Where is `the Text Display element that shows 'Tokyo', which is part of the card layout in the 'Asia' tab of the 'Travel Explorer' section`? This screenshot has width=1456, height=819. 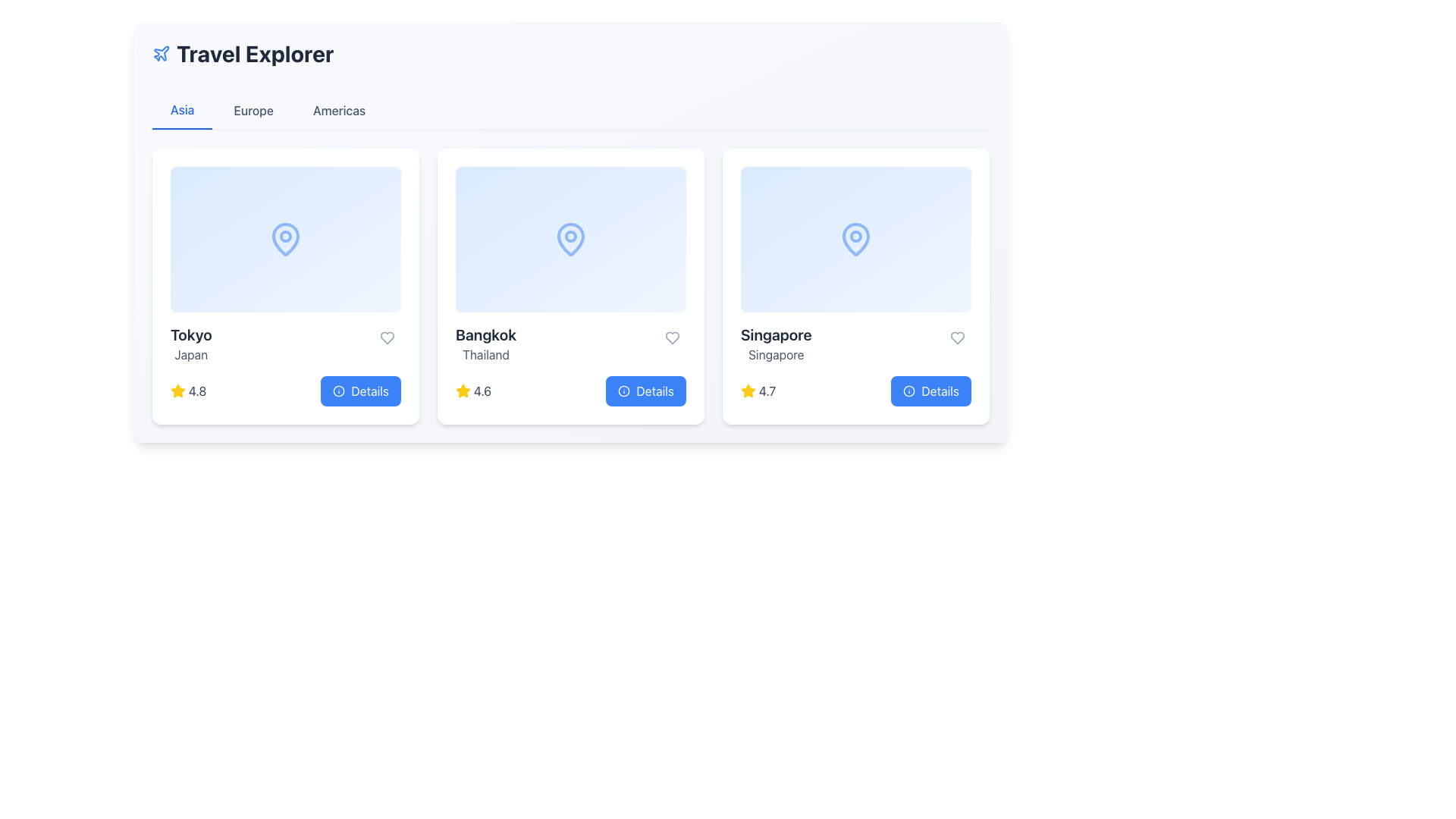
the Text Display element that shows 'Tokyo', which is part of the card layout in the 'Asia' tab of the 'Travel Explorer' section is located at coordinates (190, 334).